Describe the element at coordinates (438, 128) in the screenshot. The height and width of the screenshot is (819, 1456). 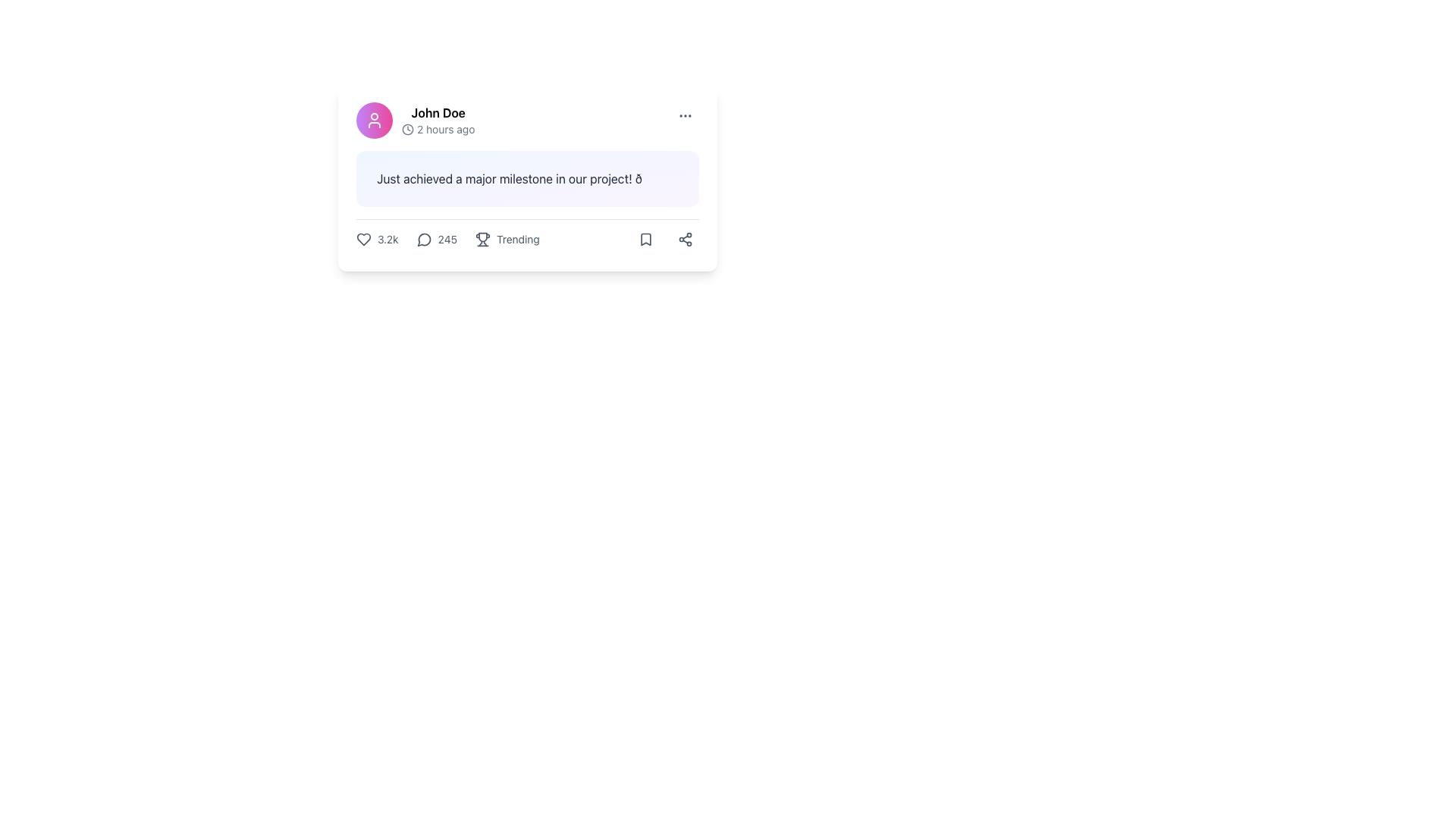
I see `the timestamp display element that shows '2 hours ago' with a clock icon, located in the post header area to the right of 'John Doe'` at that location.